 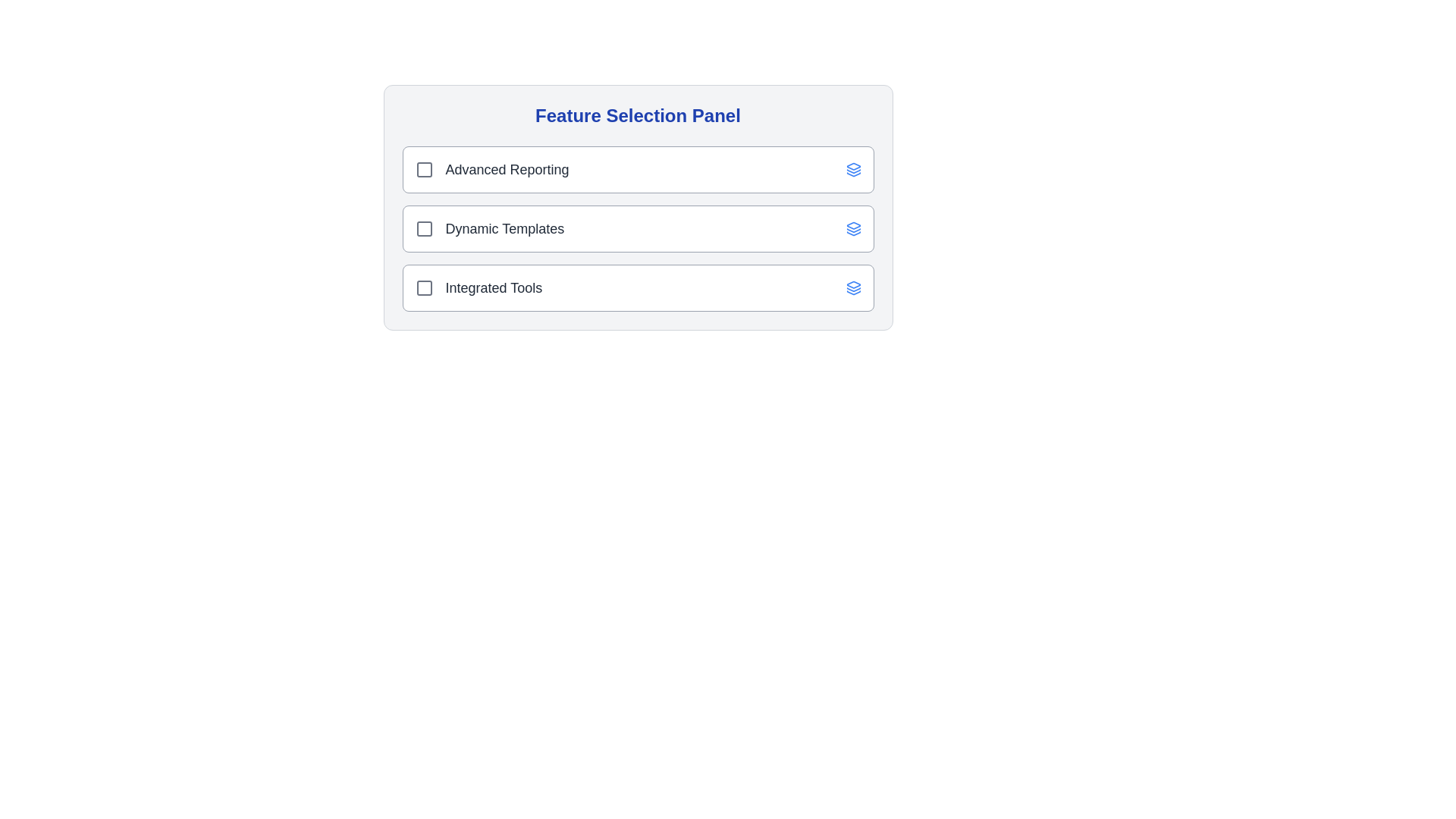 What do you see at coordinates (424, 169) in the screenshot?
I see `the square-shaped outlined box icon with rounded corners in gray, located to the left of the text 'Advanced Reporting' in the feature selection panel` at bounding box center [424, 169].